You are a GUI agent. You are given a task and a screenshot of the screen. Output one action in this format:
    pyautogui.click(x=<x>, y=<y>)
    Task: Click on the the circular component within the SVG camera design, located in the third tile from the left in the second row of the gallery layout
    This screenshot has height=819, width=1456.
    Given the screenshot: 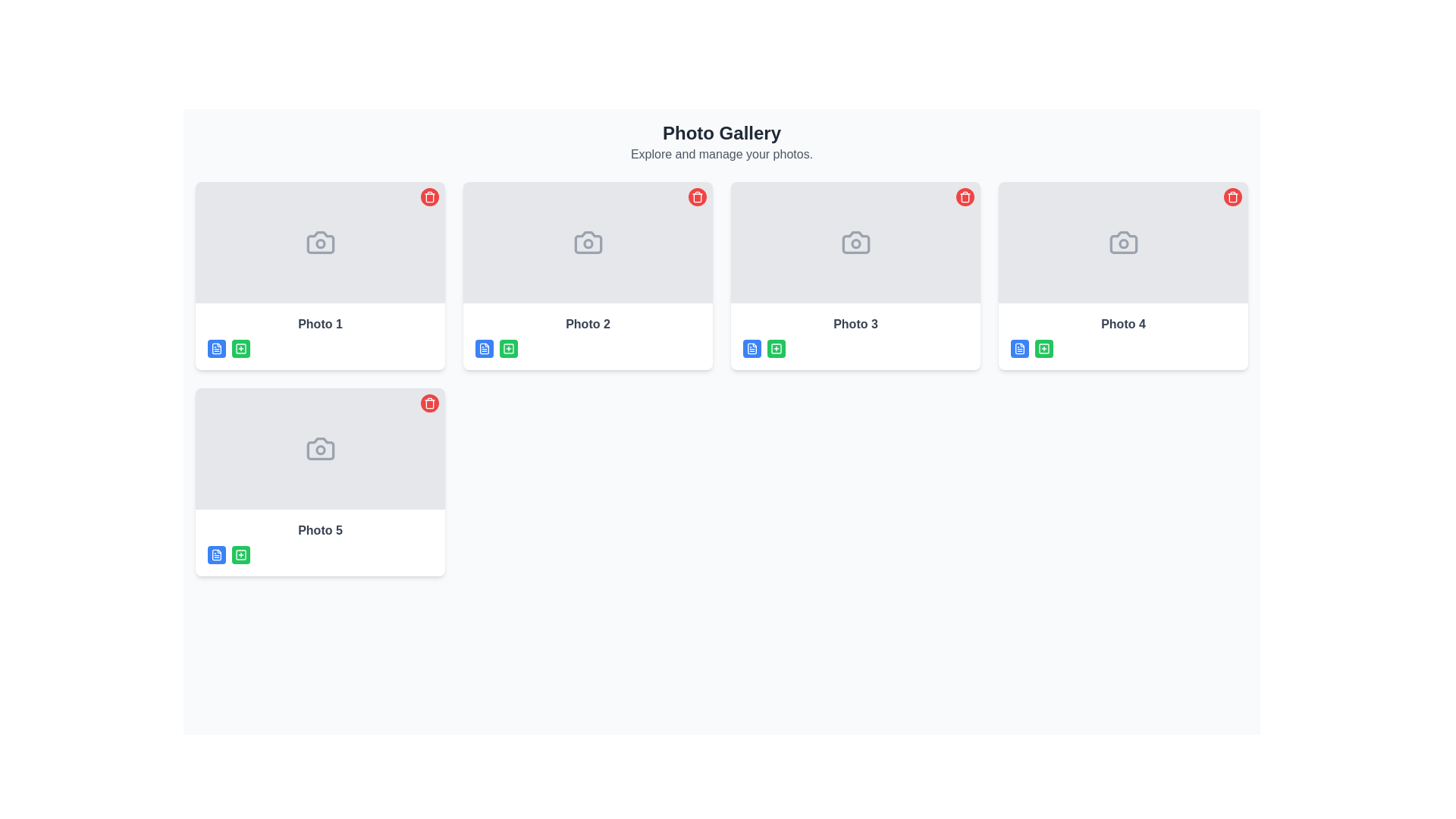 What is the action you would take?
    pyautogui.click(x=855, y=243)
    